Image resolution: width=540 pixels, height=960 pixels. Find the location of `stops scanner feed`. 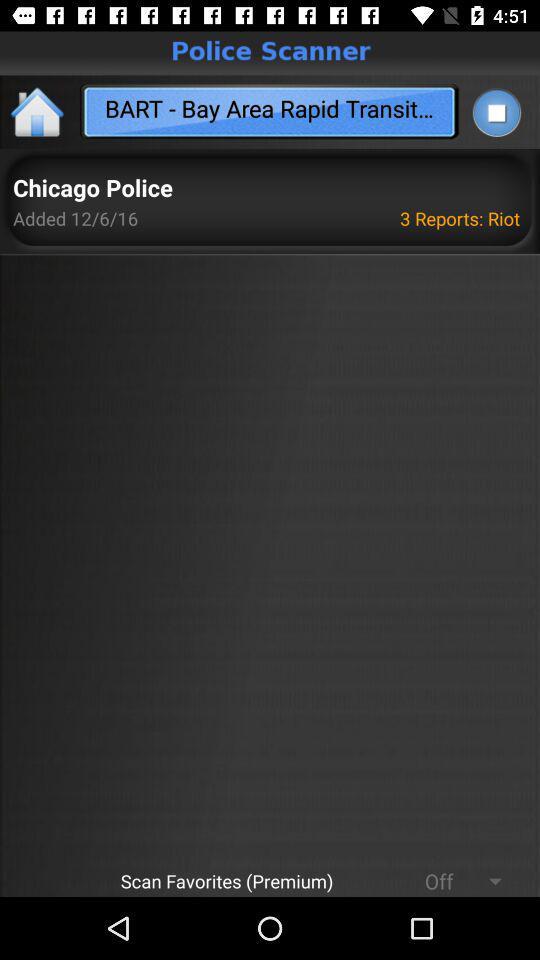

stops scanner feed is located at coordinates (495, 112).